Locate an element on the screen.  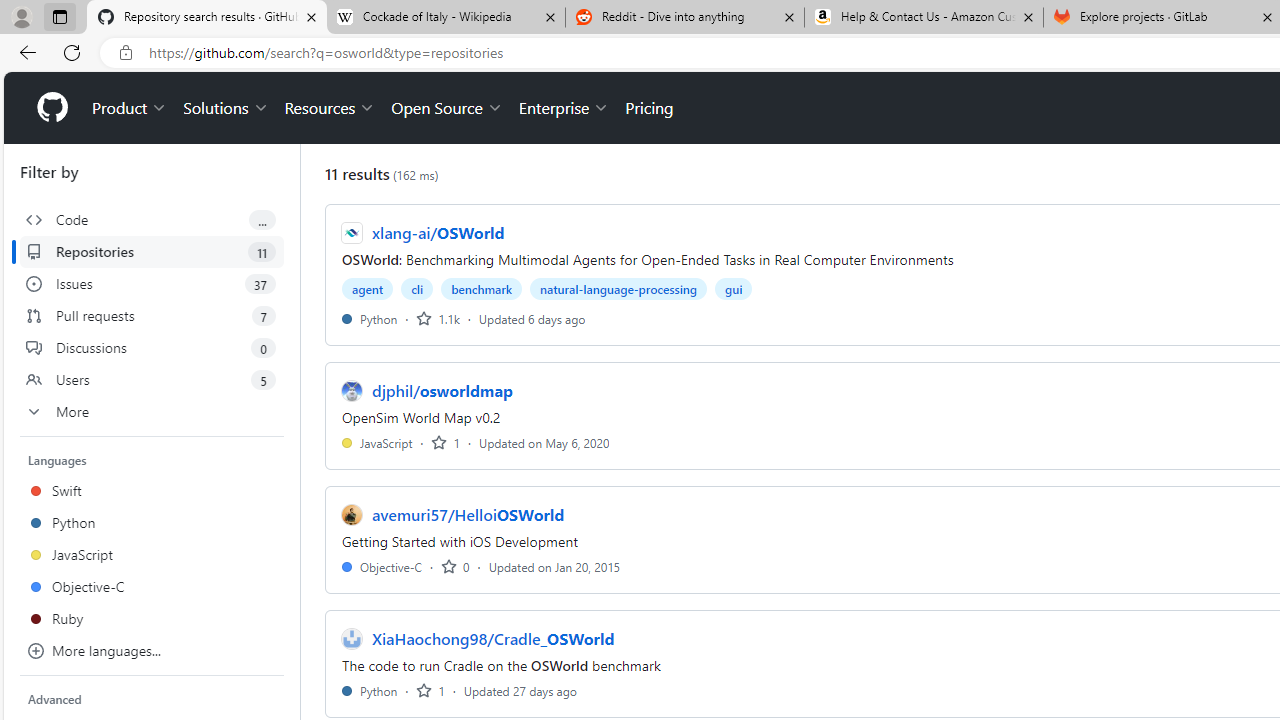
'Updated on May 6, 2020' is located at coordinates (544, 441).